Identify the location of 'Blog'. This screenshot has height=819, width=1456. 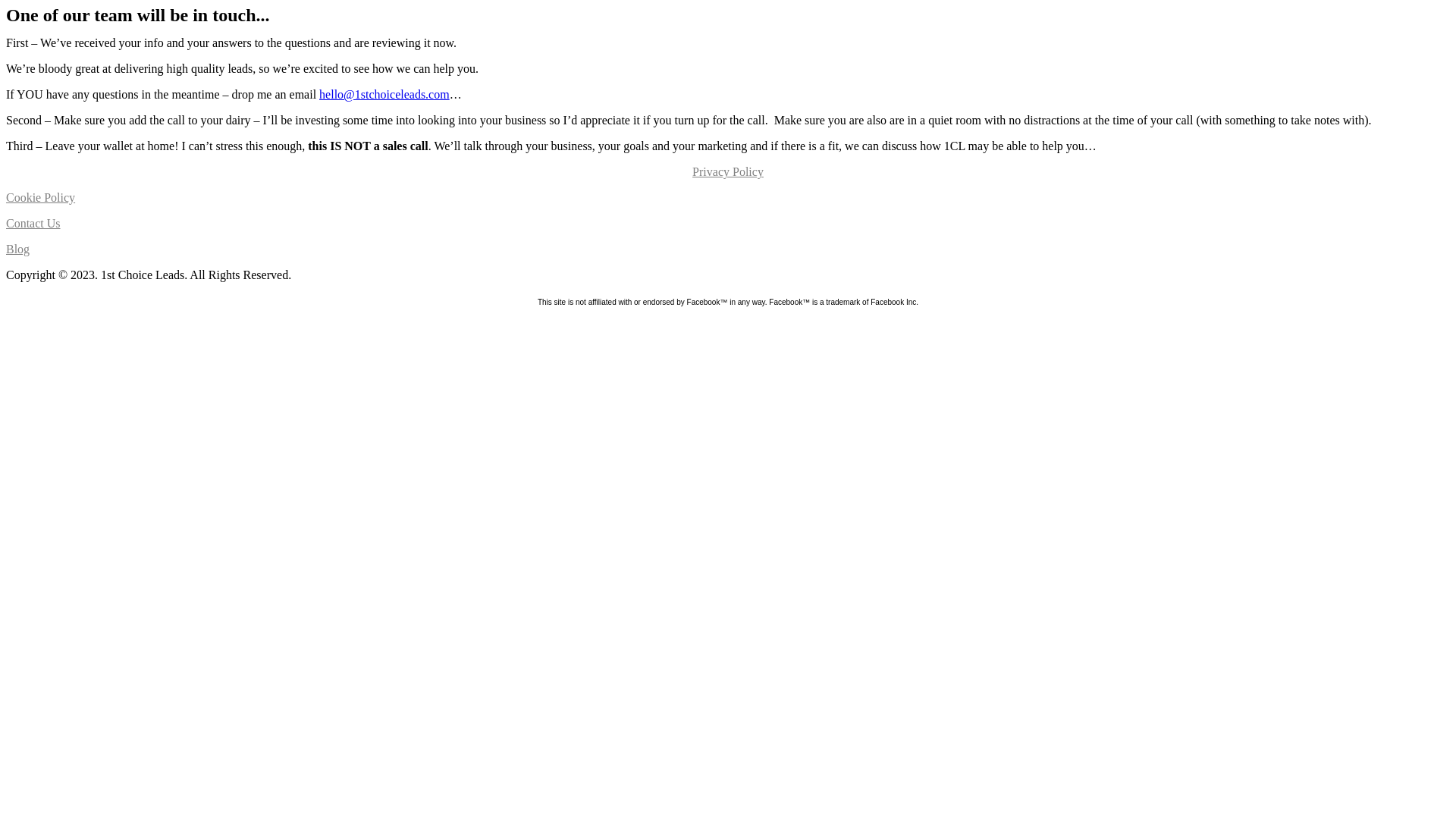
(17, 248).